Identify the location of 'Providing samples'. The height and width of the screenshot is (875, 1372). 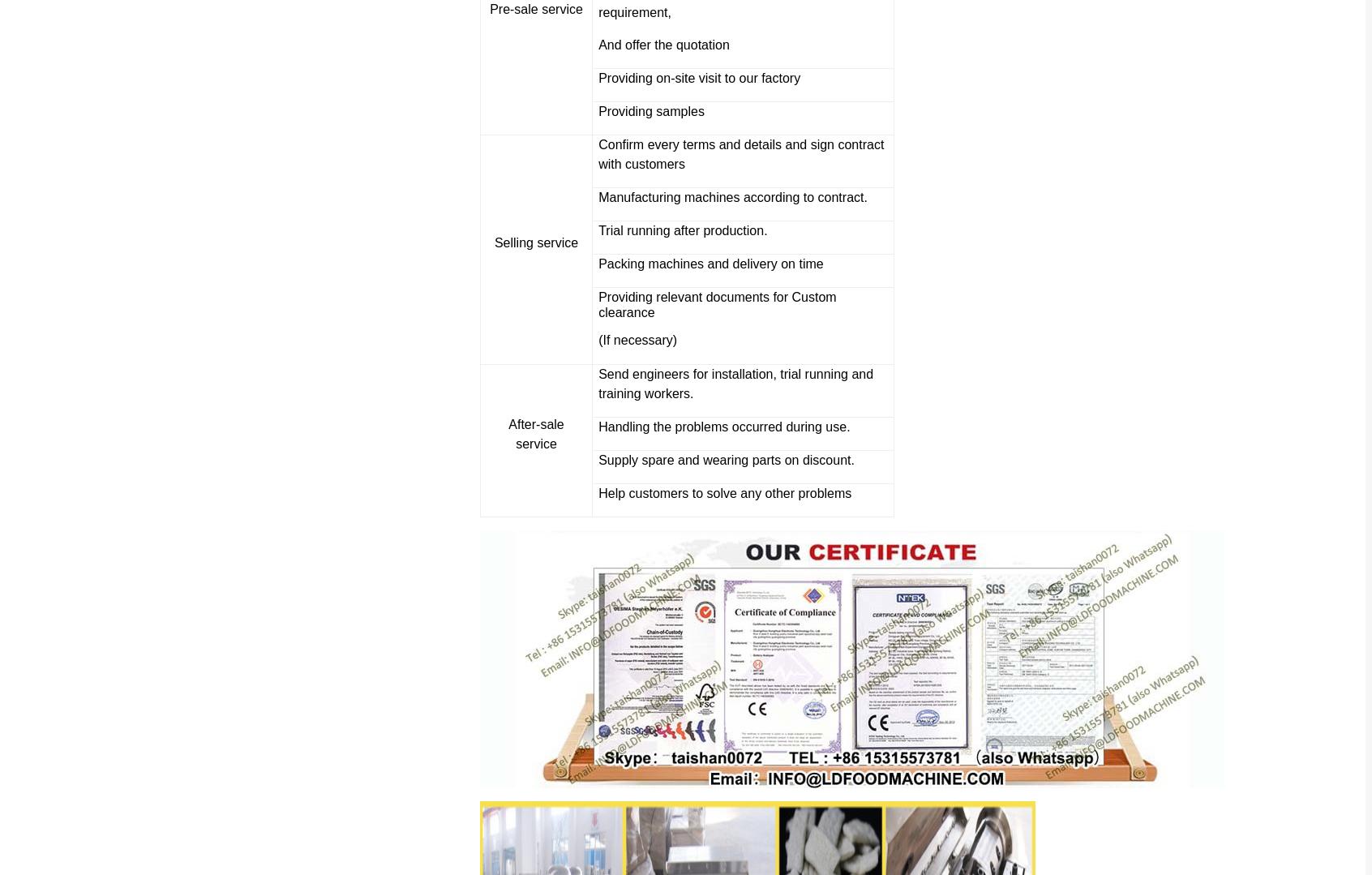
(651, 110).